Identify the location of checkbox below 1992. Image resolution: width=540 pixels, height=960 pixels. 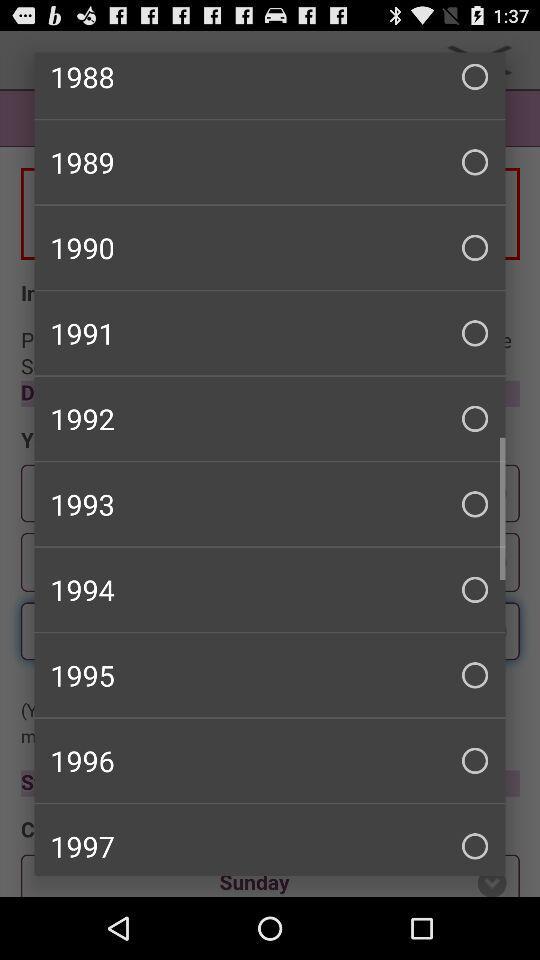
(270, 503).